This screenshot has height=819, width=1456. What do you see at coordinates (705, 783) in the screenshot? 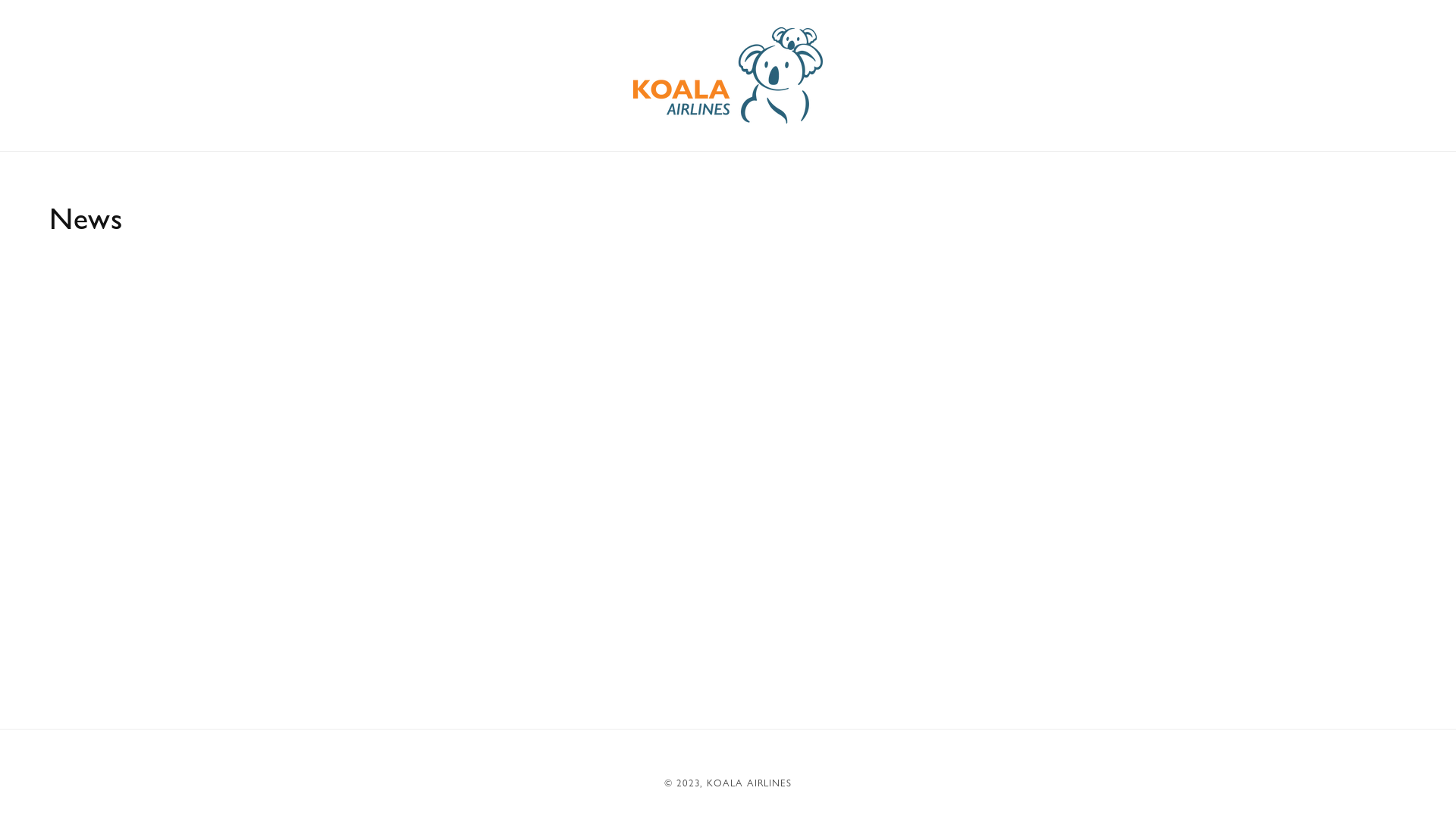
I see `'KOALA AIRLINES'` at bounding box center [705, 783].